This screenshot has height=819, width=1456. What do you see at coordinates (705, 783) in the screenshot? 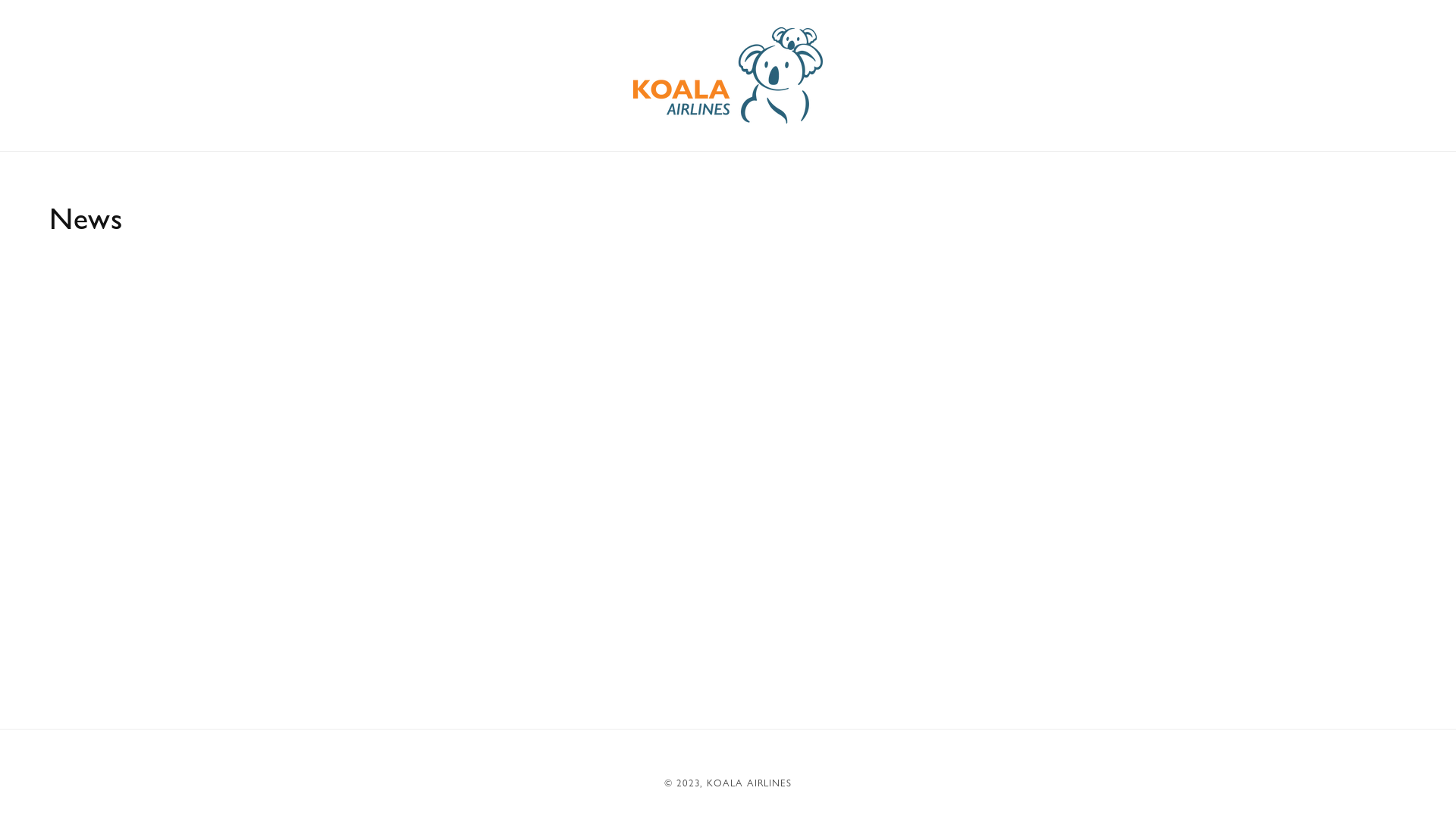
I see `'KOALA AIRLINES'` at bounding box center [705, 783].